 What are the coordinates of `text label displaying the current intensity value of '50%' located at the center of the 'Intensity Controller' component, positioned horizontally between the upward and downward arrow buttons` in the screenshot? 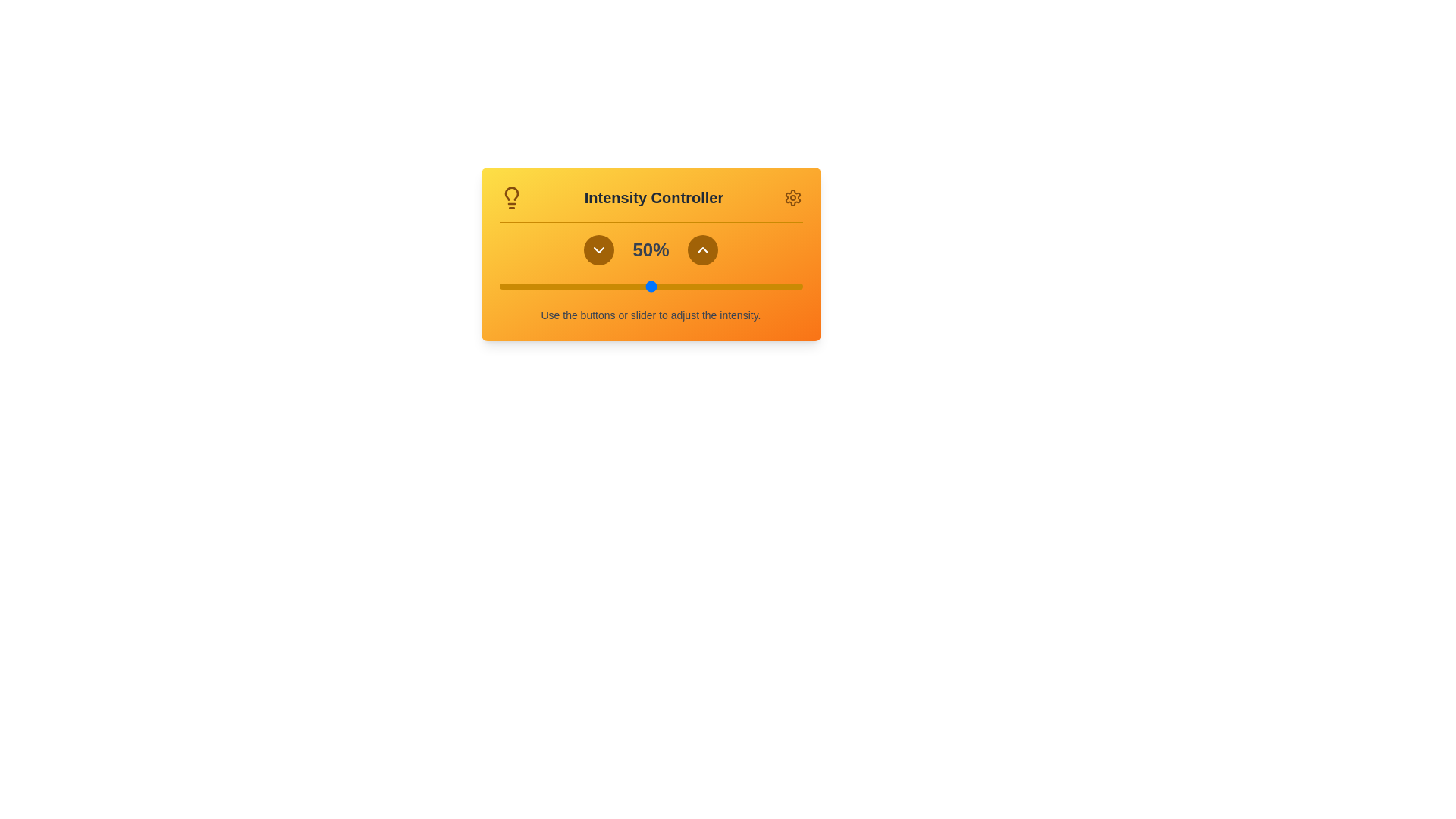 It's located at (651, 262).